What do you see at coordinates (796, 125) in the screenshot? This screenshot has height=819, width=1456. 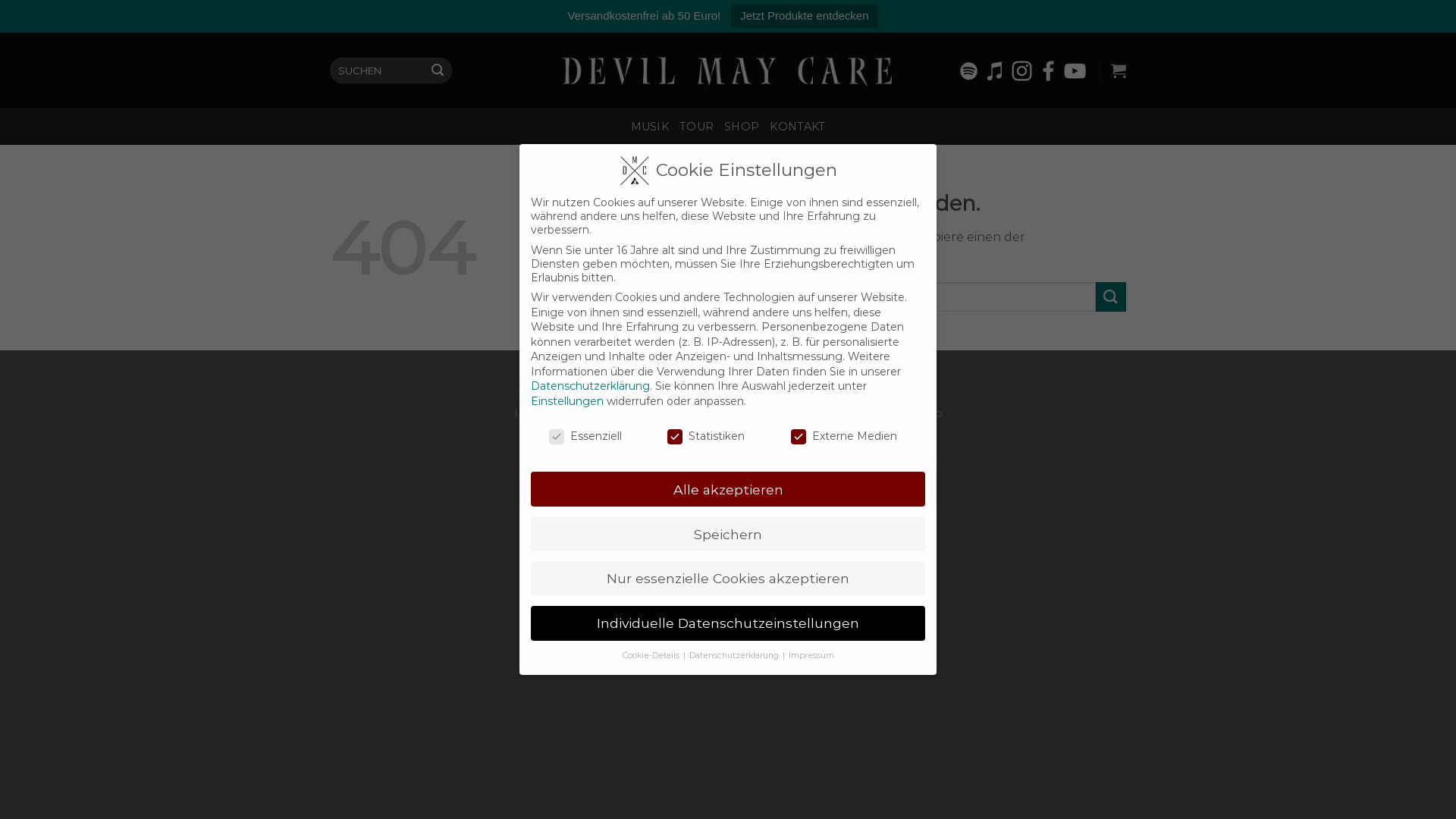 I see `'KONTAKT'` at bounding box center [796, 125].